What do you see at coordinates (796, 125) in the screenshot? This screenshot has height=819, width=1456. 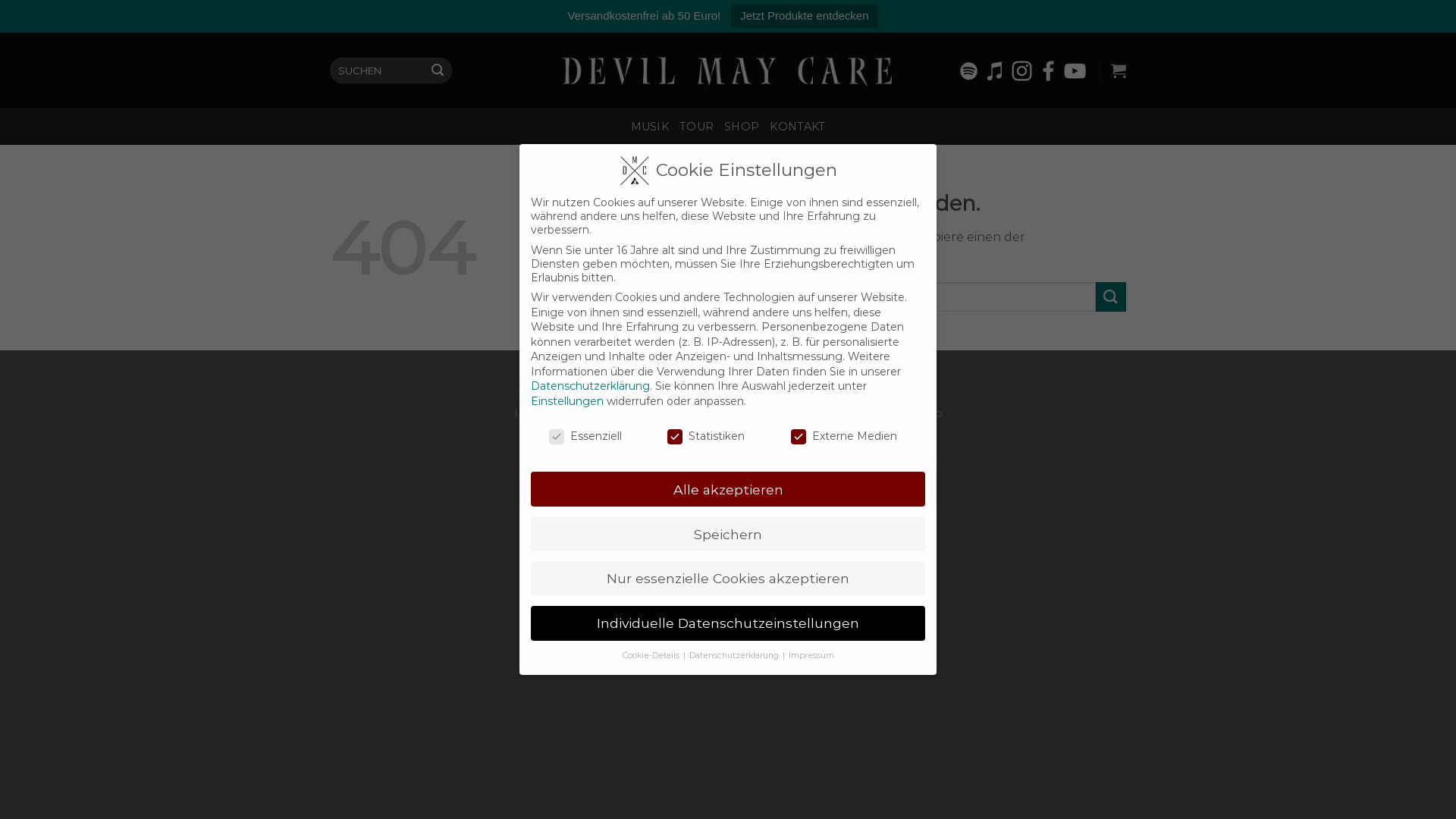 I see `'KONTAKT'` at bounding box center [796, 125].